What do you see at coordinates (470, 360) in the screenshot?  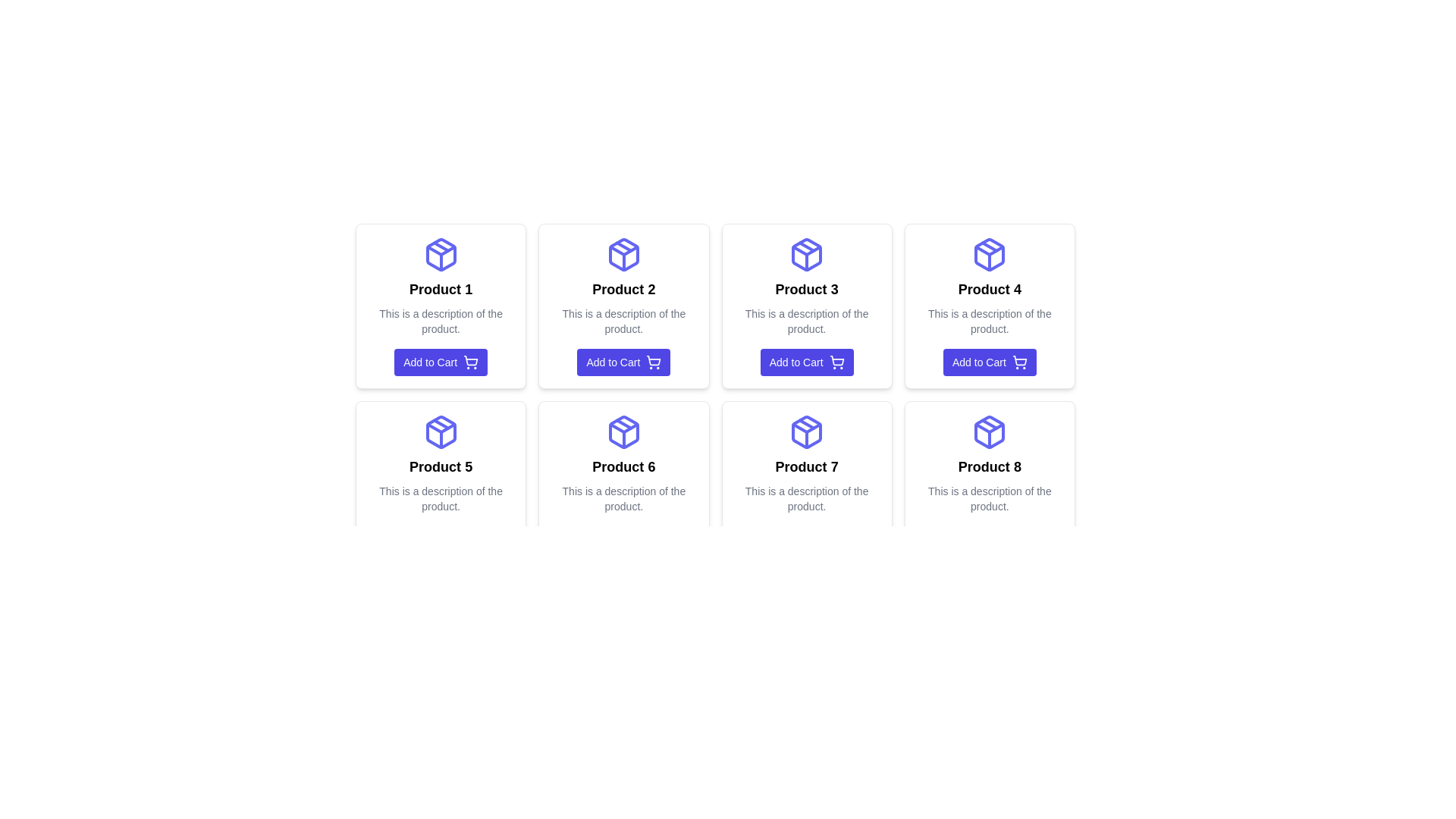 I see `the shopping cart SVG icon within the 'Add to Cart' button for 'Product 1'` at bounding box center [470, 360].